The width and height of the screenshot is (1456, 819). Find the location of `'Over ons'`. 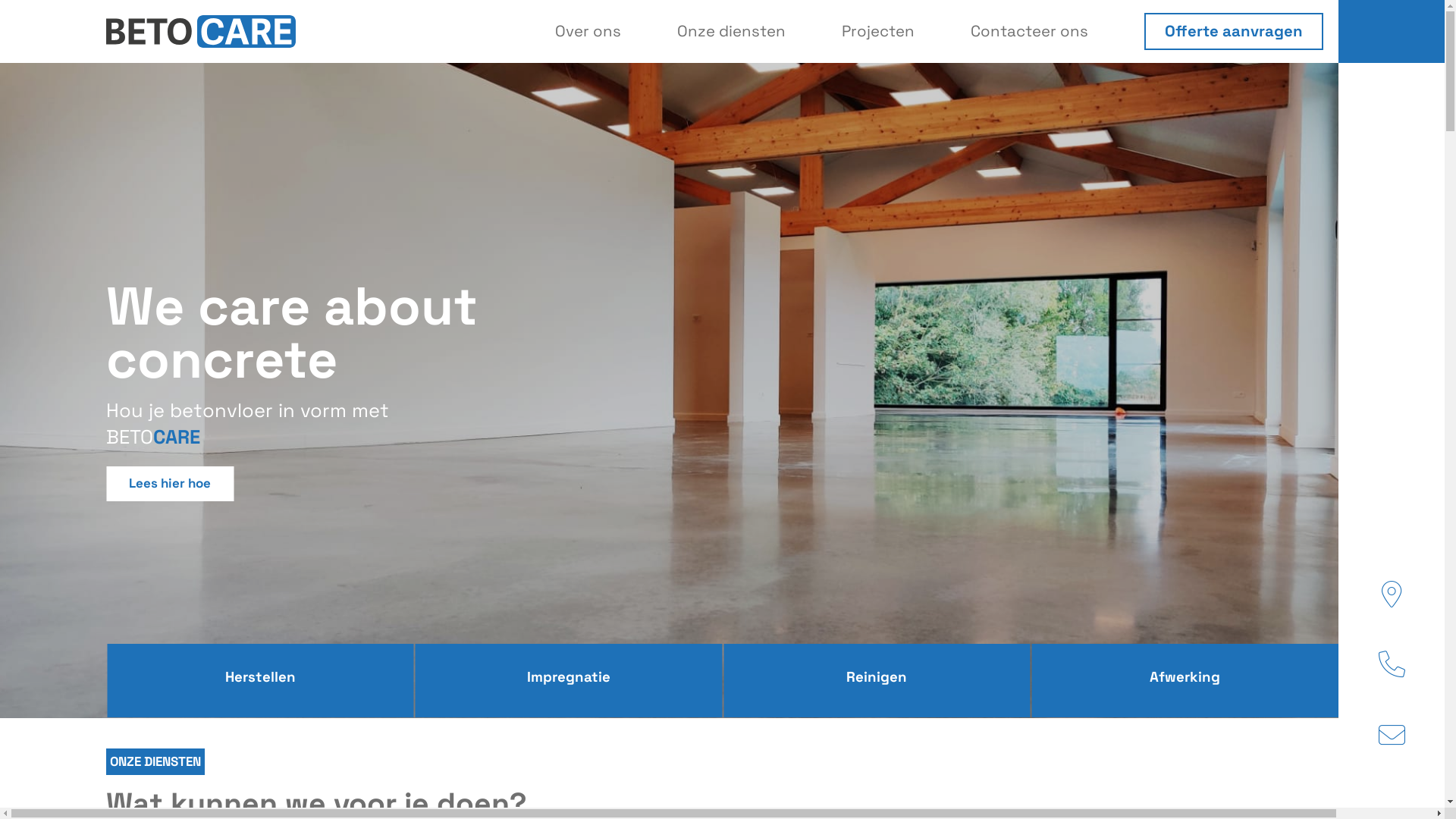

'Over ons' is located at coordinates (587, 31).